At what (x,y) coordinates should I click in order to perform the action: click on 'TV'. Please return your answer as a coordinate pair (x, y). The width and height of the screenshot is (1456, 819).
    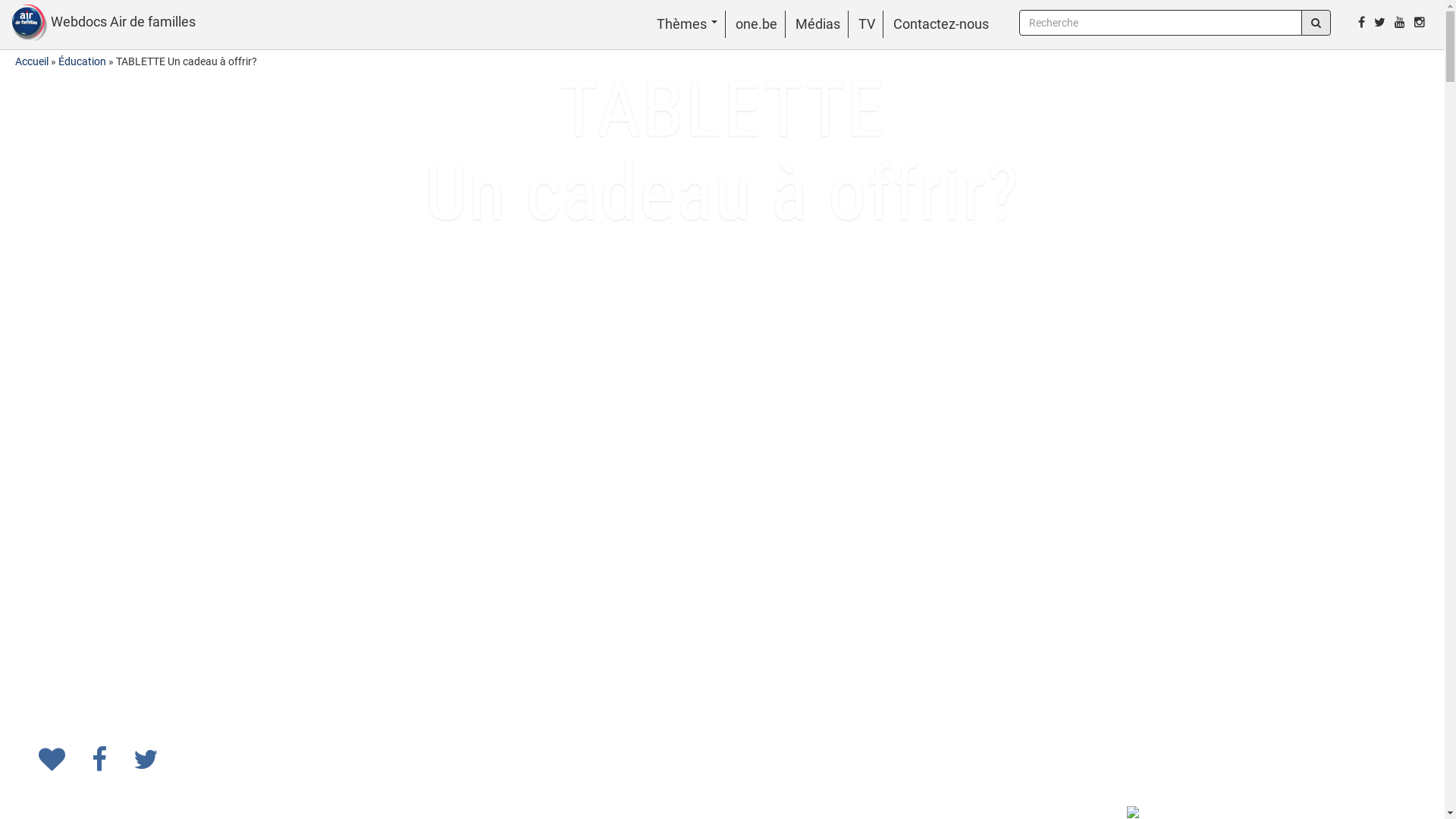
    Looking at the image, I should click on (866, 24).